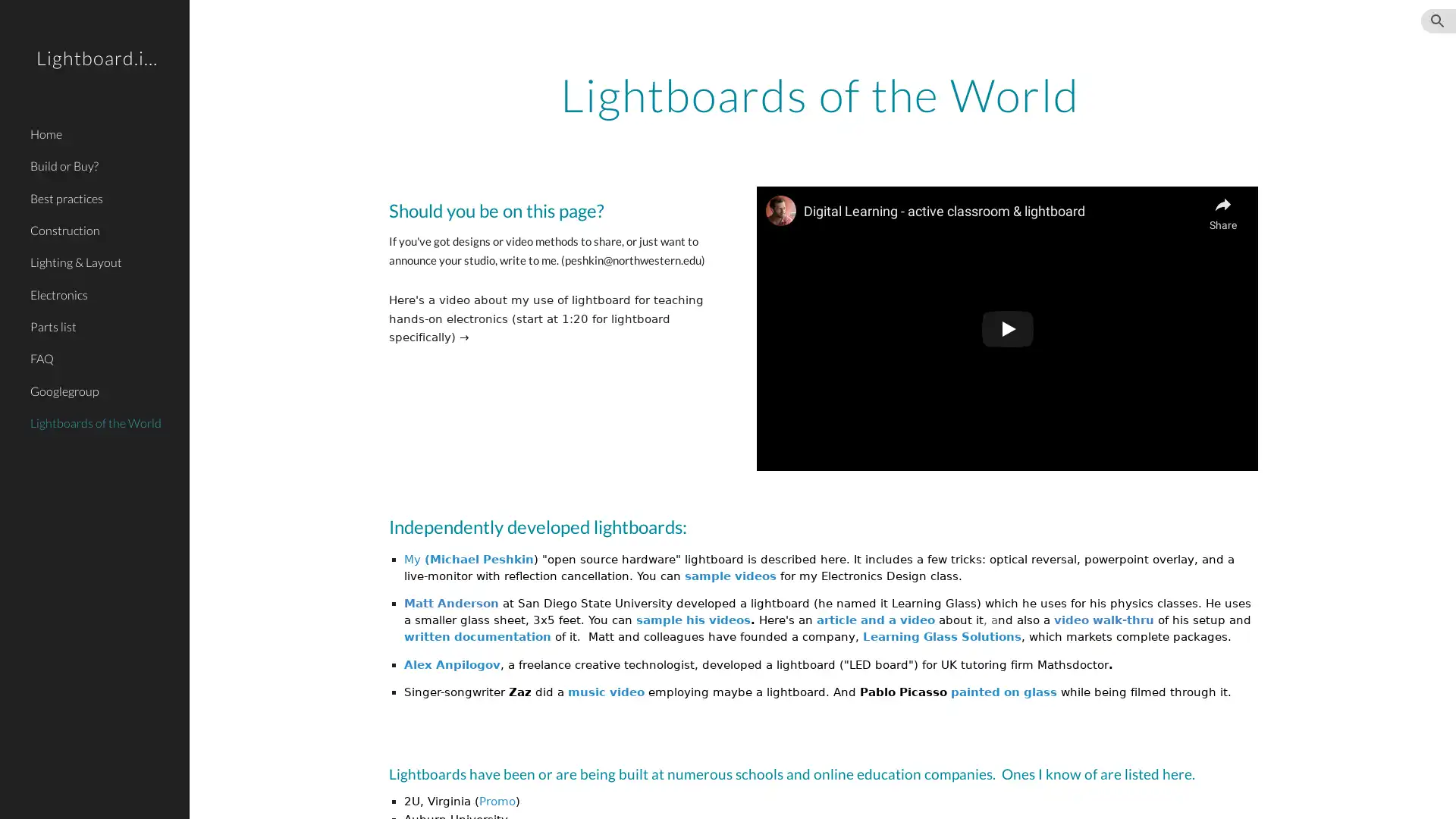 This screenshot has width=1456, height=819. I want to click on Copy heading link, so click(630, 210).